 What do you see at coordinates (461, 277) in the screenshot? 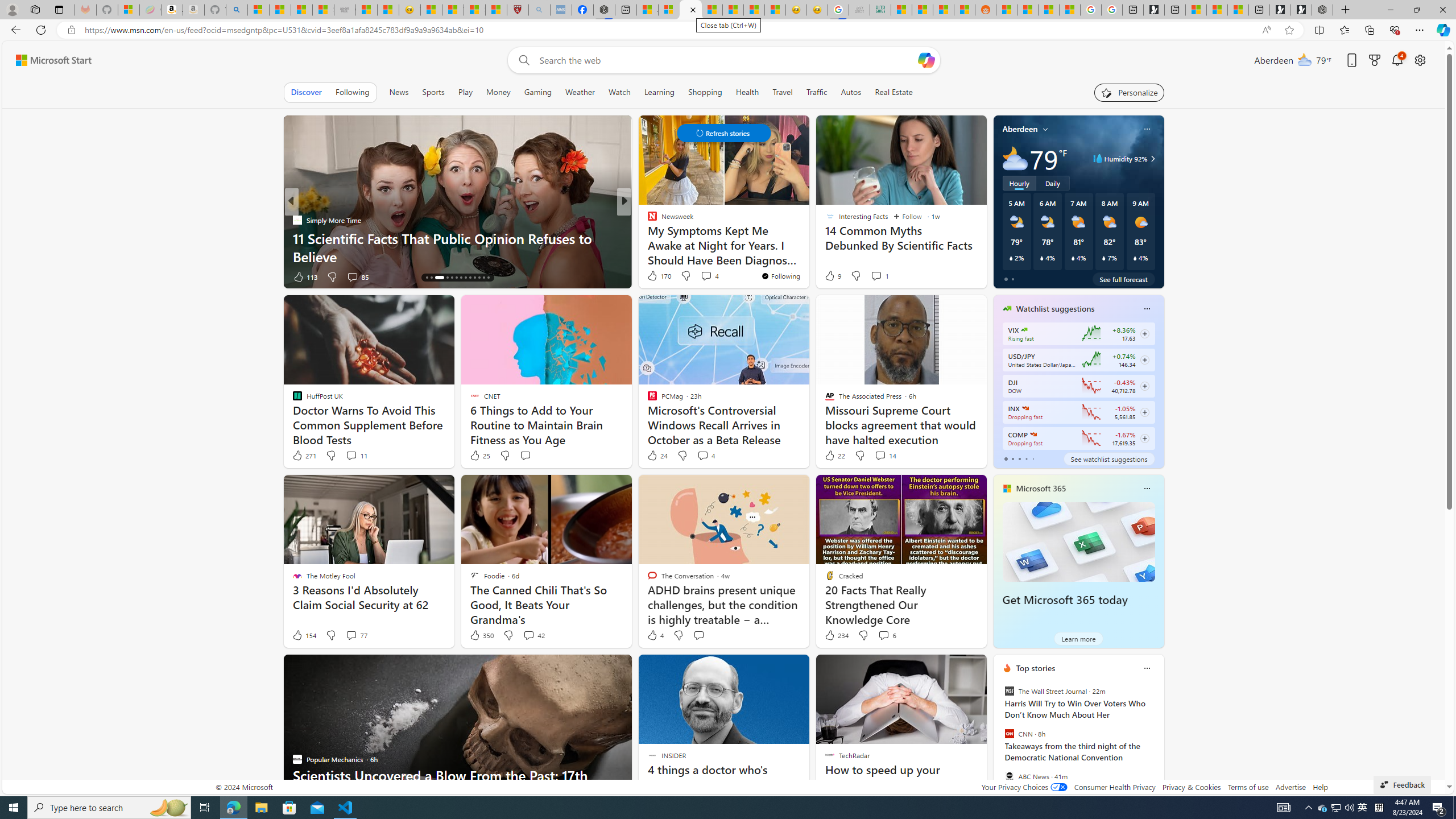
I see `'AutomationID: tab-20'` at bounding box center [461, 277].